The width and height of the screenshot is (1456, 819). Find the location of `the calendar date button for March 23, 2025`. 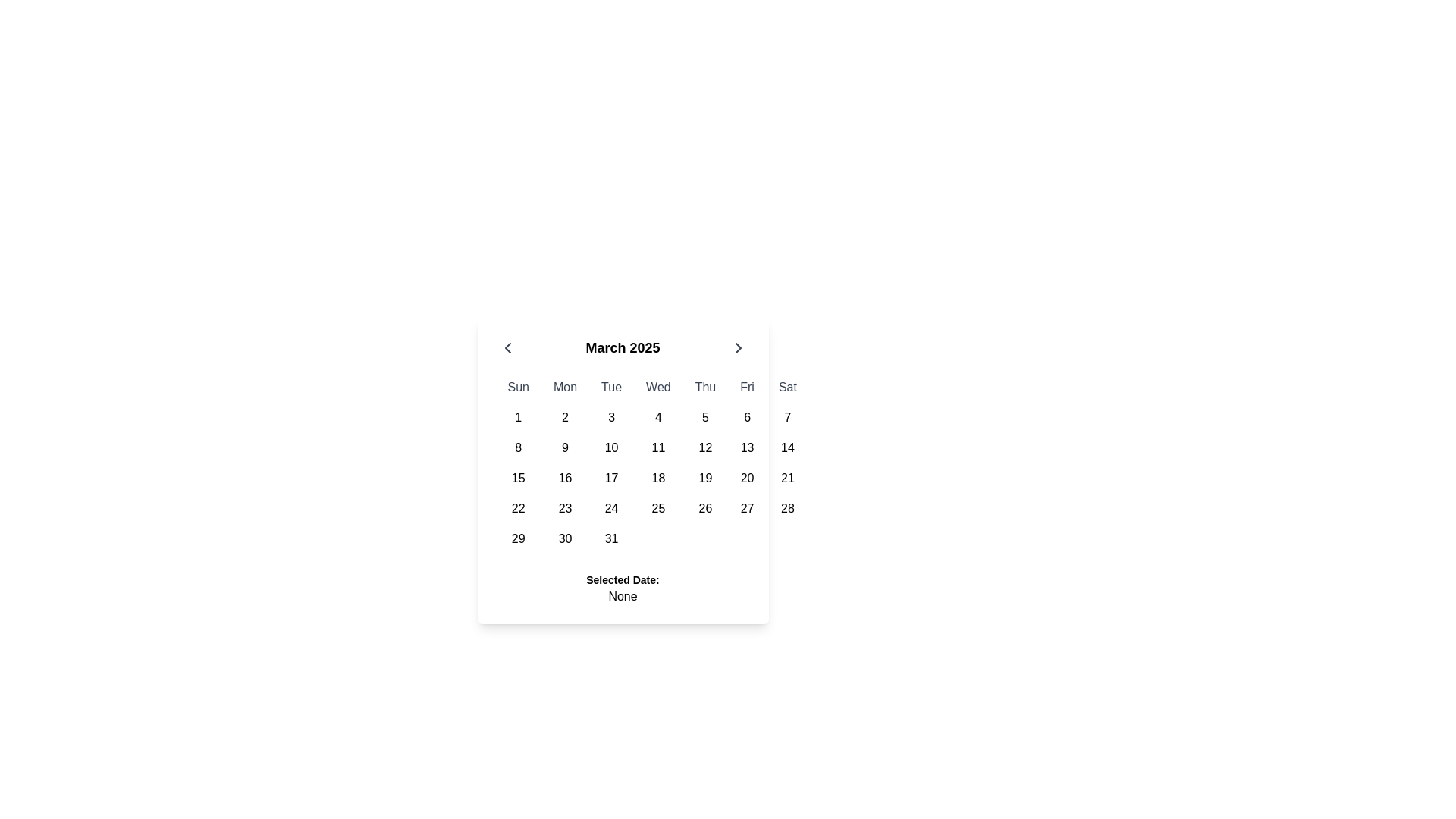

the calendar date button for March 23, 2025 is located at coordinates (564, 509).